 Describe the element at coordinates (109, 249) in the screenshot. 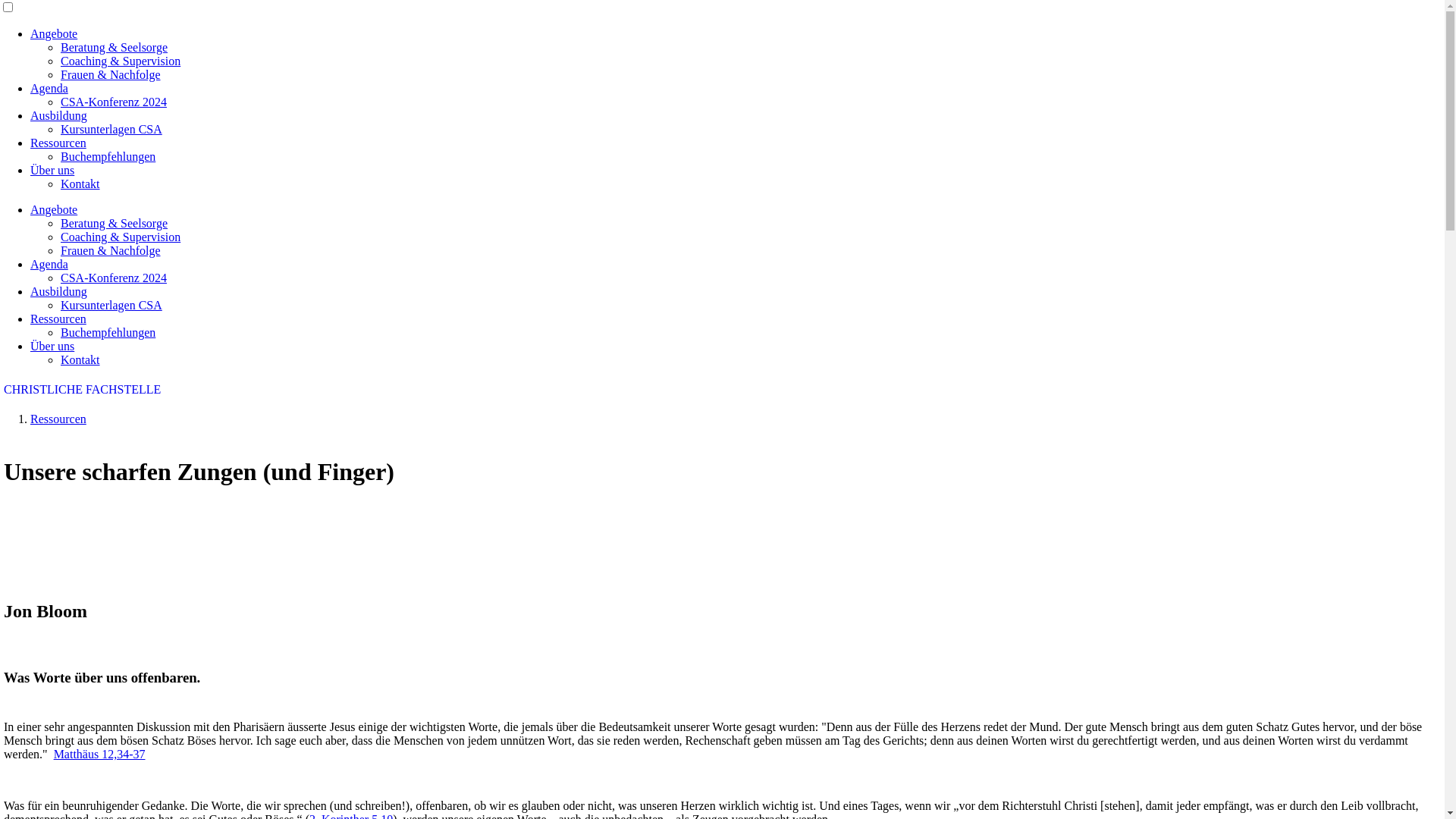

I see `'Frauen & Nachfolge'` at that location.